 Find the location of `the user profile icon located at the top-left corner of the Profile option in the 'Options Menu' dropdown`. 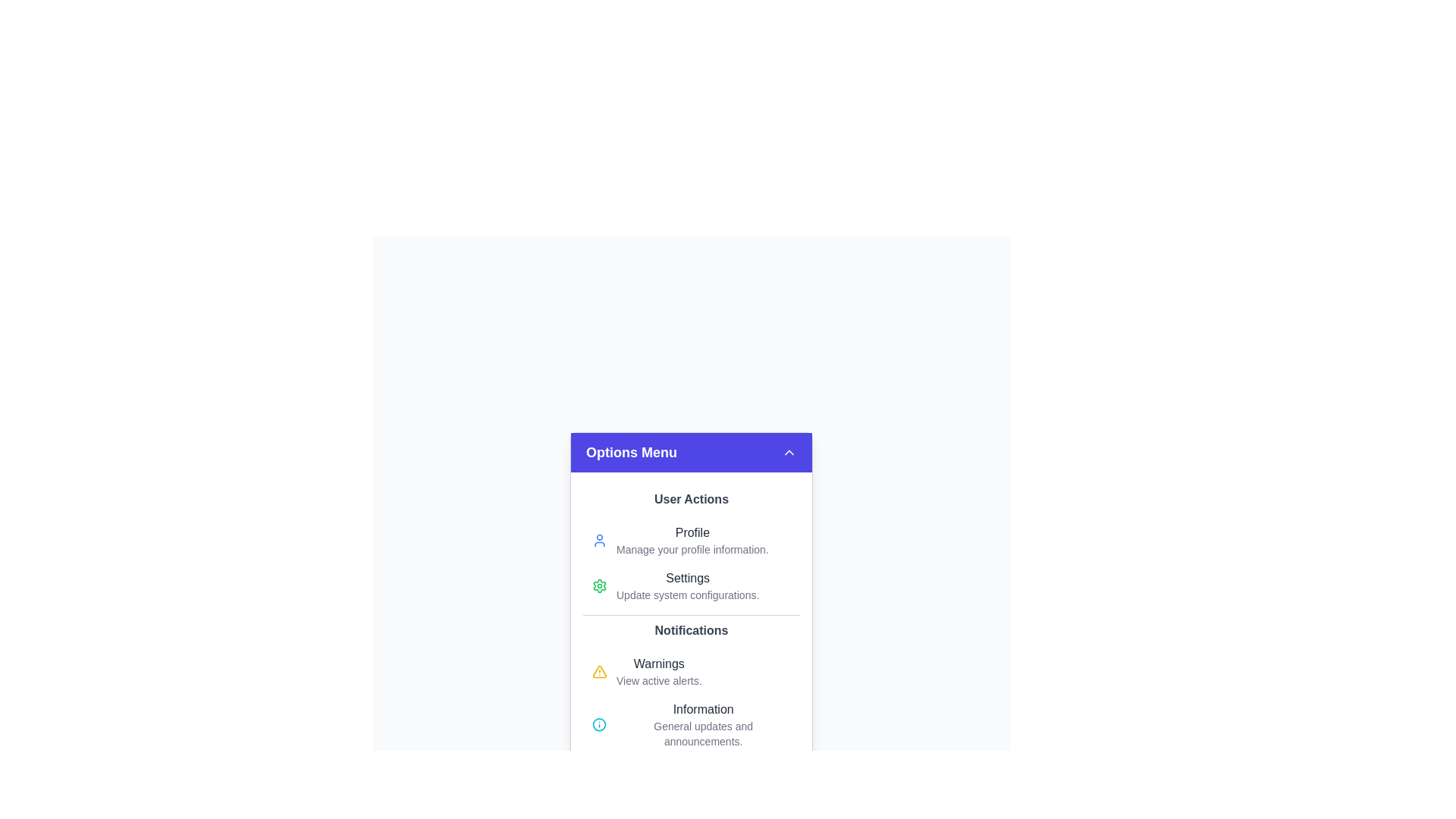

the user profile icon located at the top-left corner of the Profile option in the 'Options Menu' dropdown is located at coordinates (599, 540).